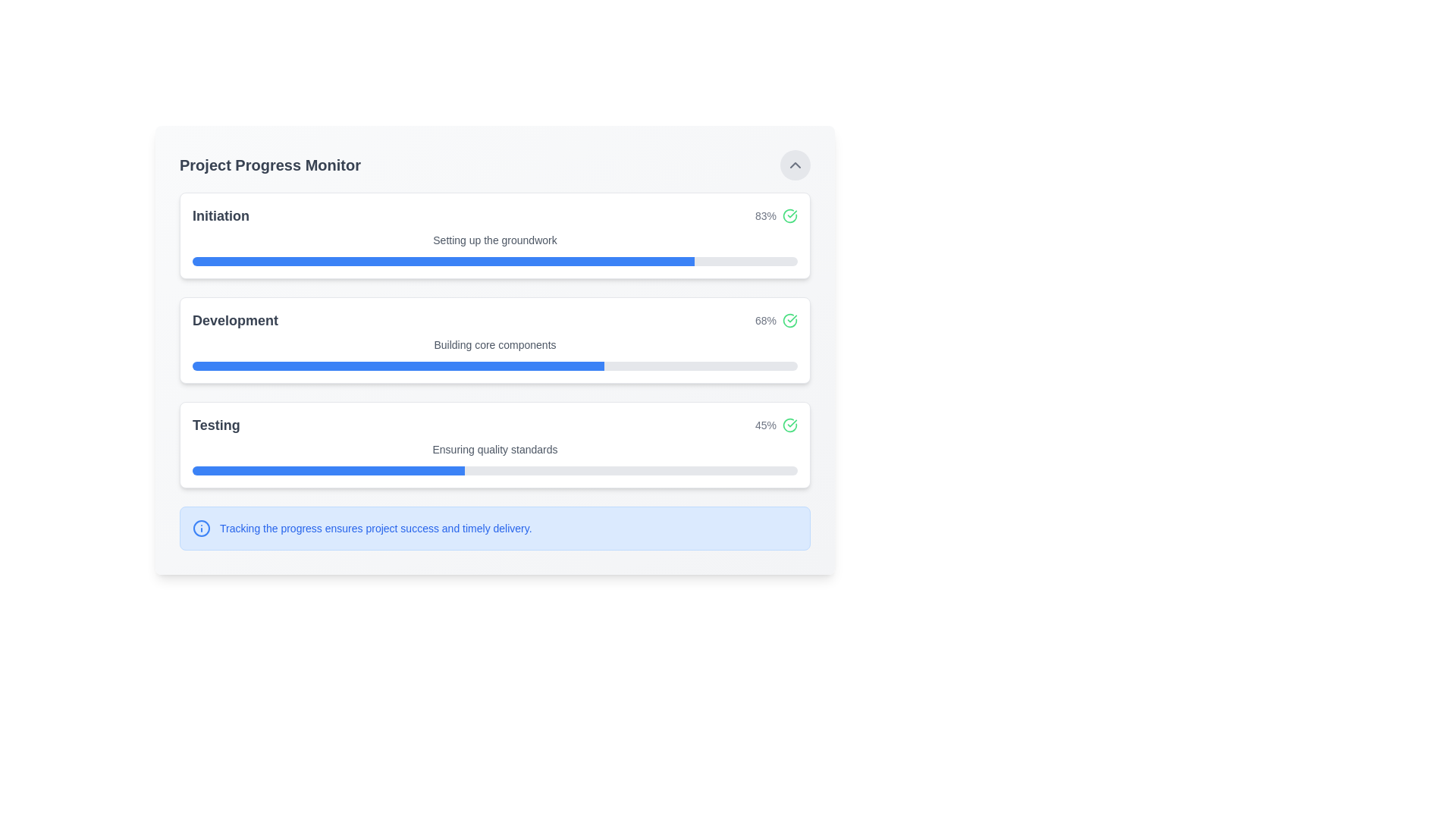 The height and width of the screenshot is (819, 1456). I want to click on the text display showing '83%' located next to the green checkmark icon in the top-right corner of the first progress bar section, so click(765, 216).